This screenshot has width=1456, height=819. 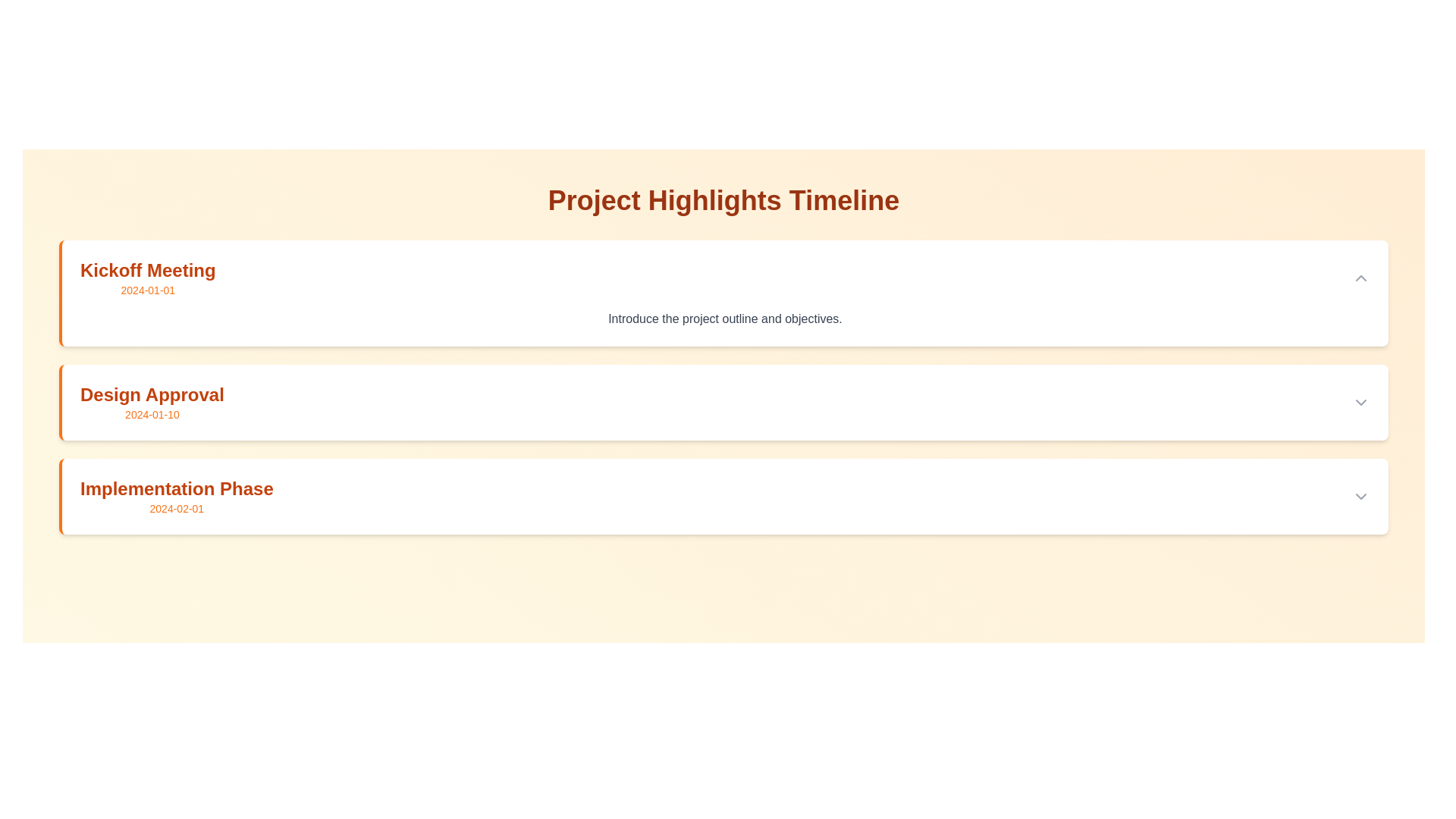 I want to click on the date text label displaying '2024-01-01', which is styled in orange and located beneath the 'Kickoff Meeting' title, centered within the first section of the timeline interface, so click(x=148, y=290).